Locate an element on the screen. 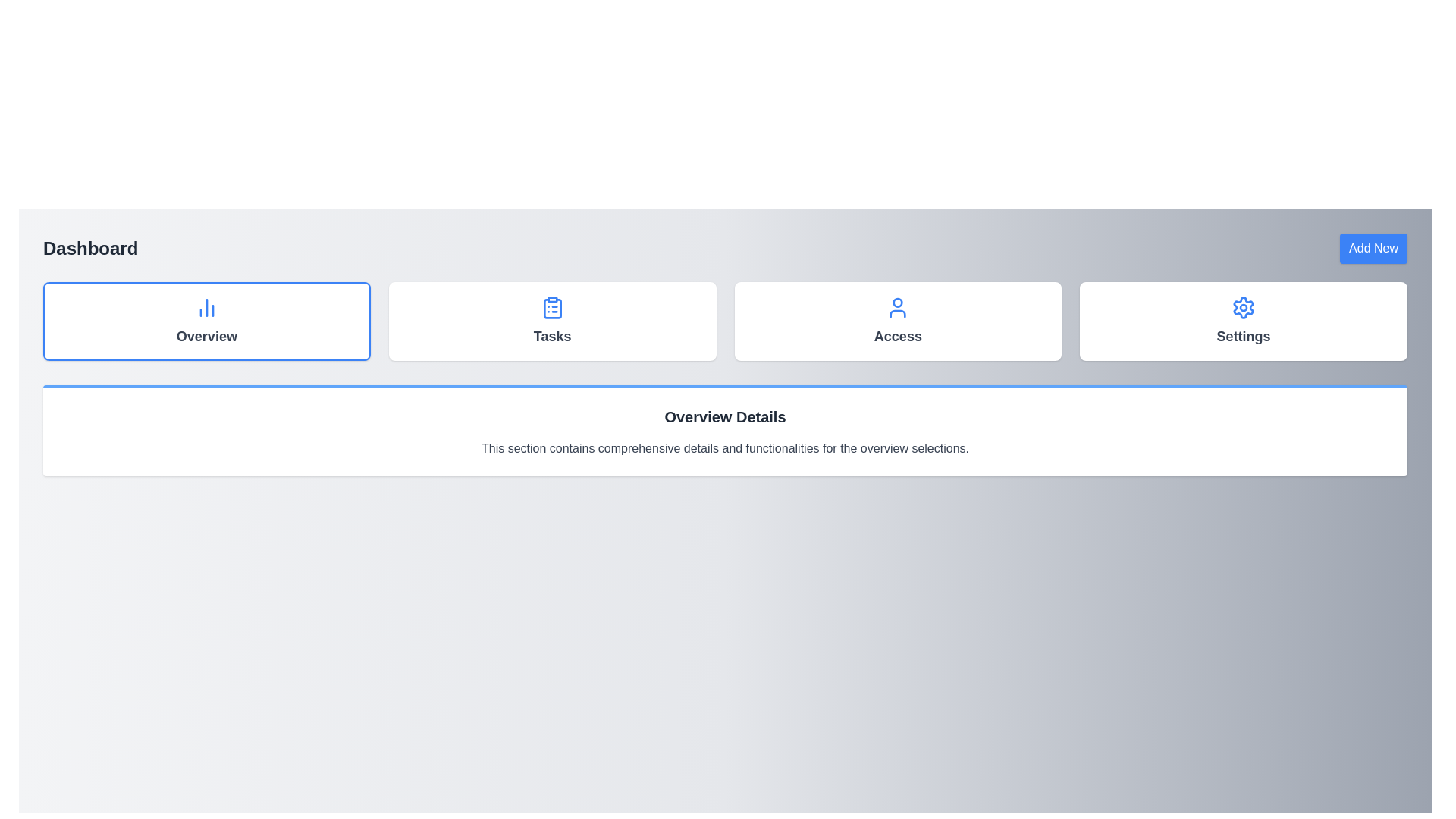 This screenshot has width=1456, height=819. the 'Overview' button, which is a rectangular button with a white background, rounded edges, and a blue bar chart icon, to trigger hover effects is located at coordinates (206, 321).